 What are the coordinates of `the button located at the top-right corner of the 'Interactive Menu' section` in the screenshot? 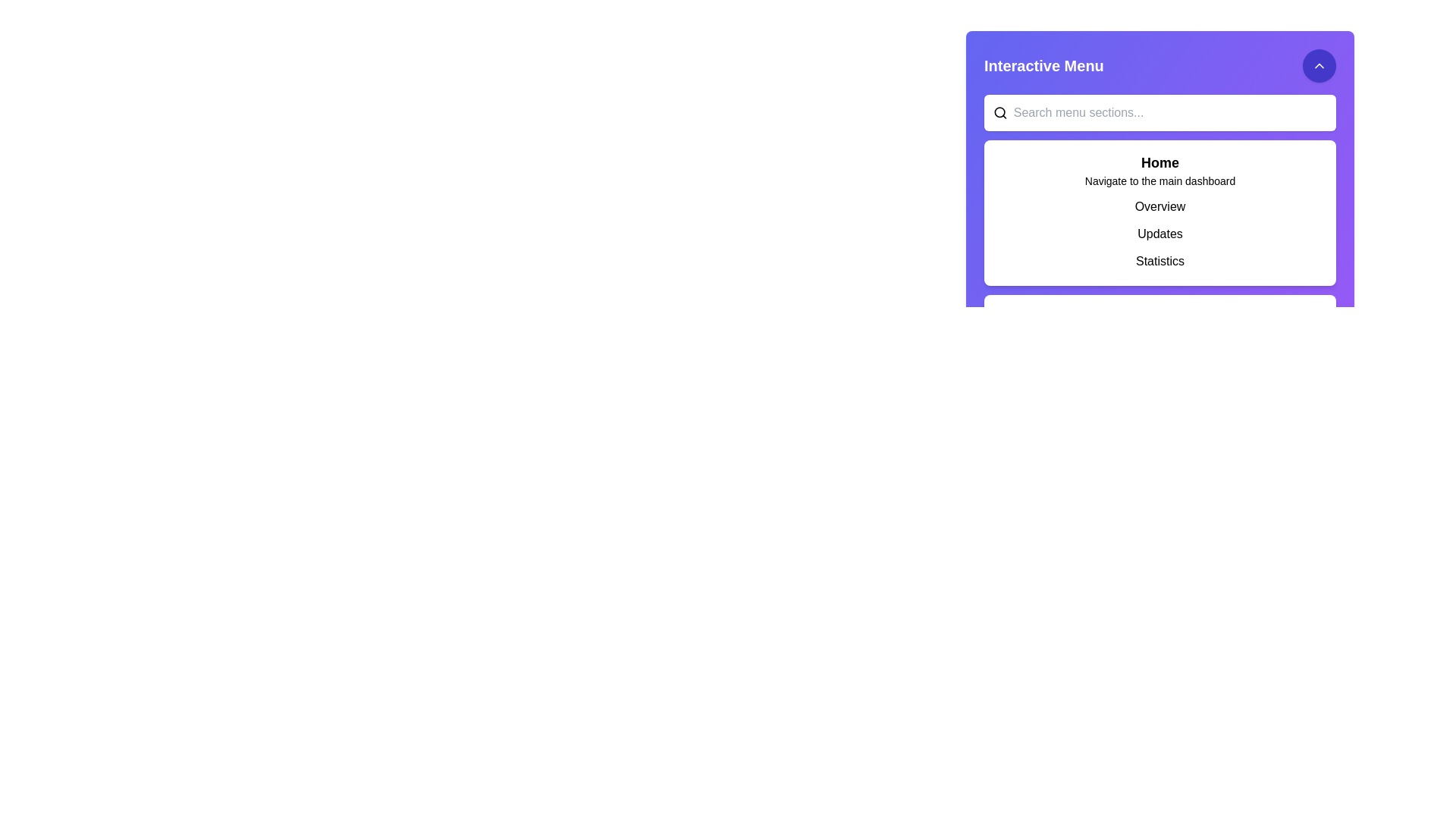 It's located at (1318, 65).